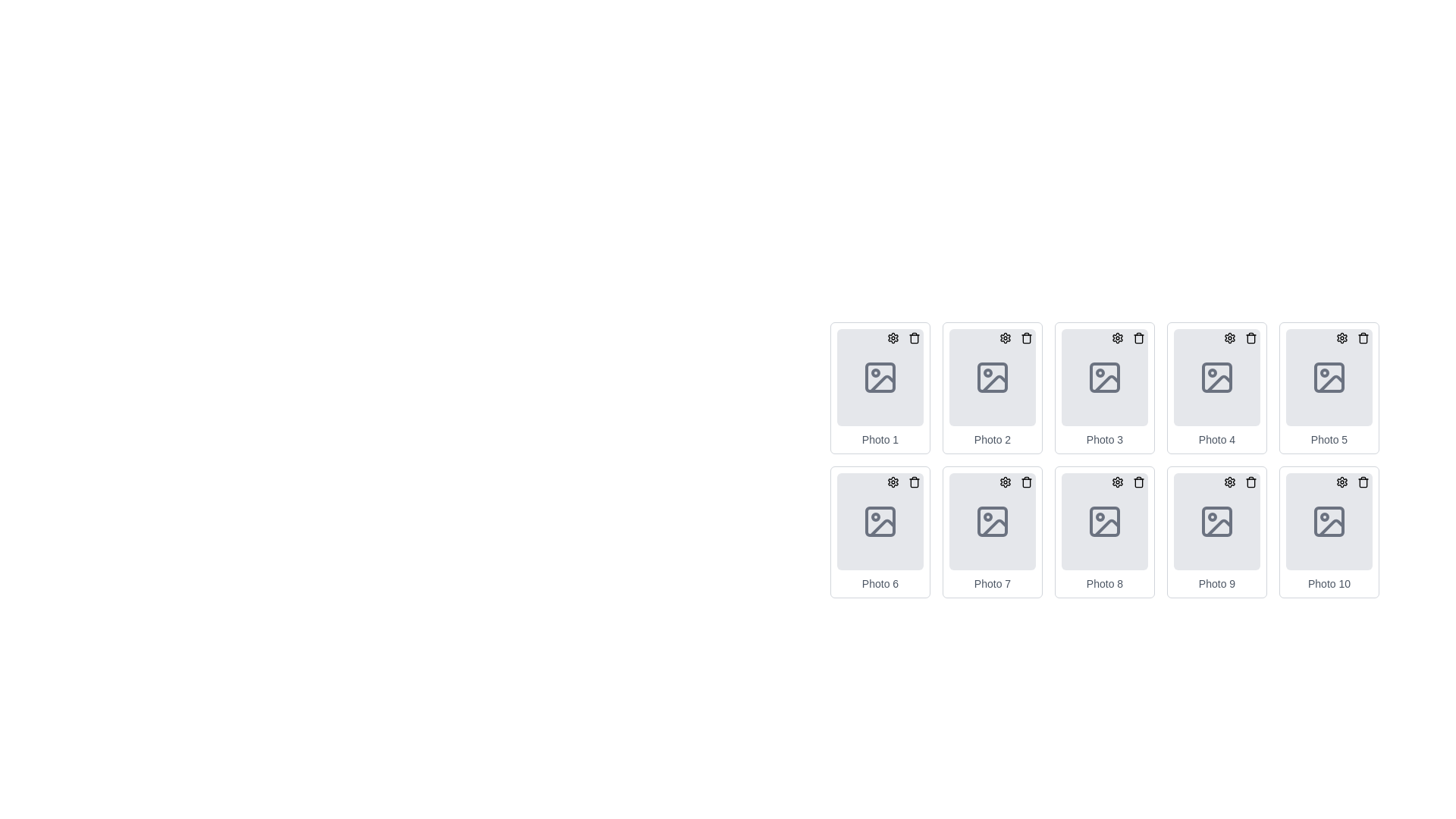 The image size is (1456, 819). I want to click on the settings button located in the top-right corner of the third image card, so click(1117, 337).